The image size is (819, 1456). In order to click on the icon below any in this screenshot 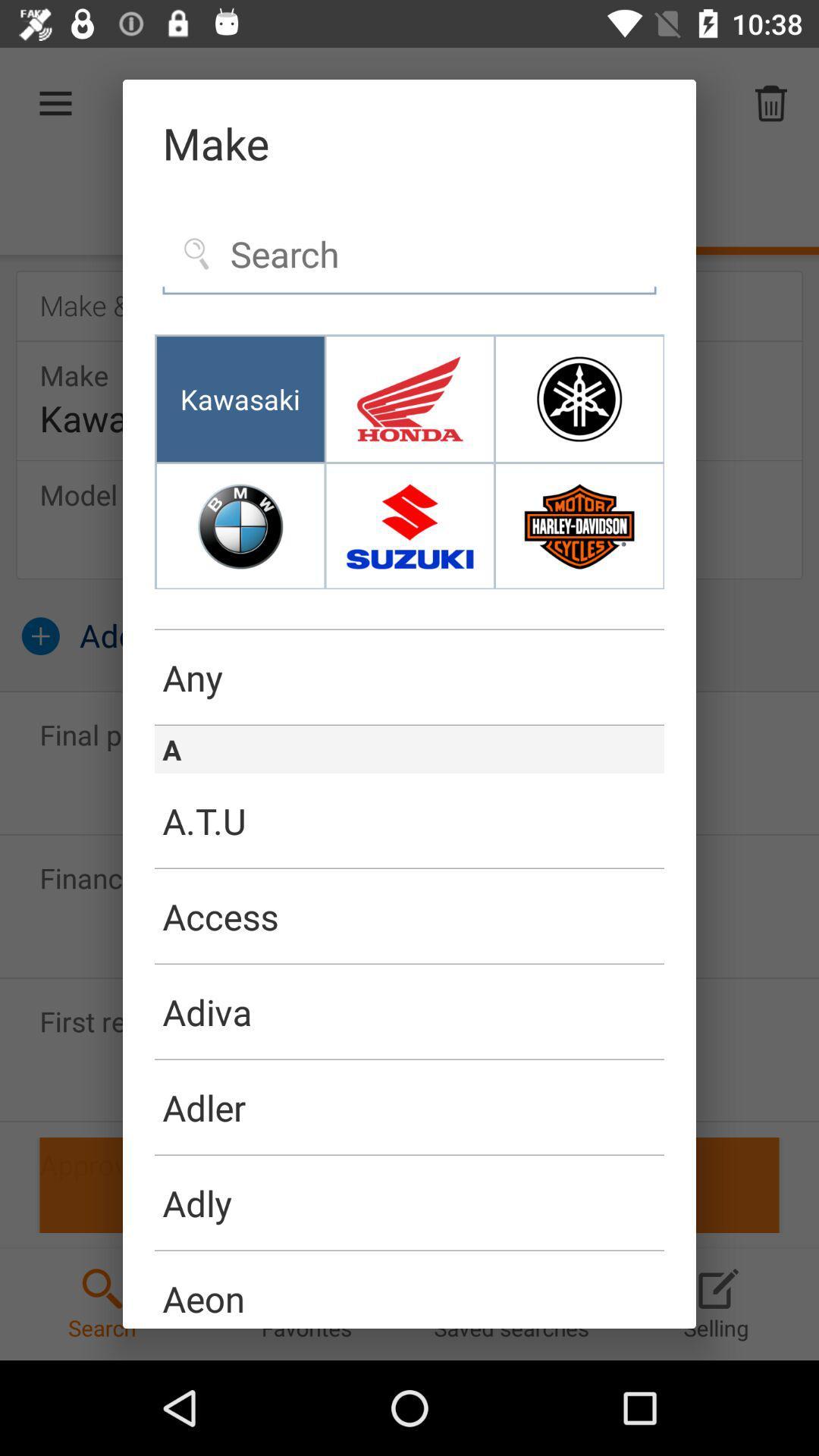, I will do `click(409, 724)`.